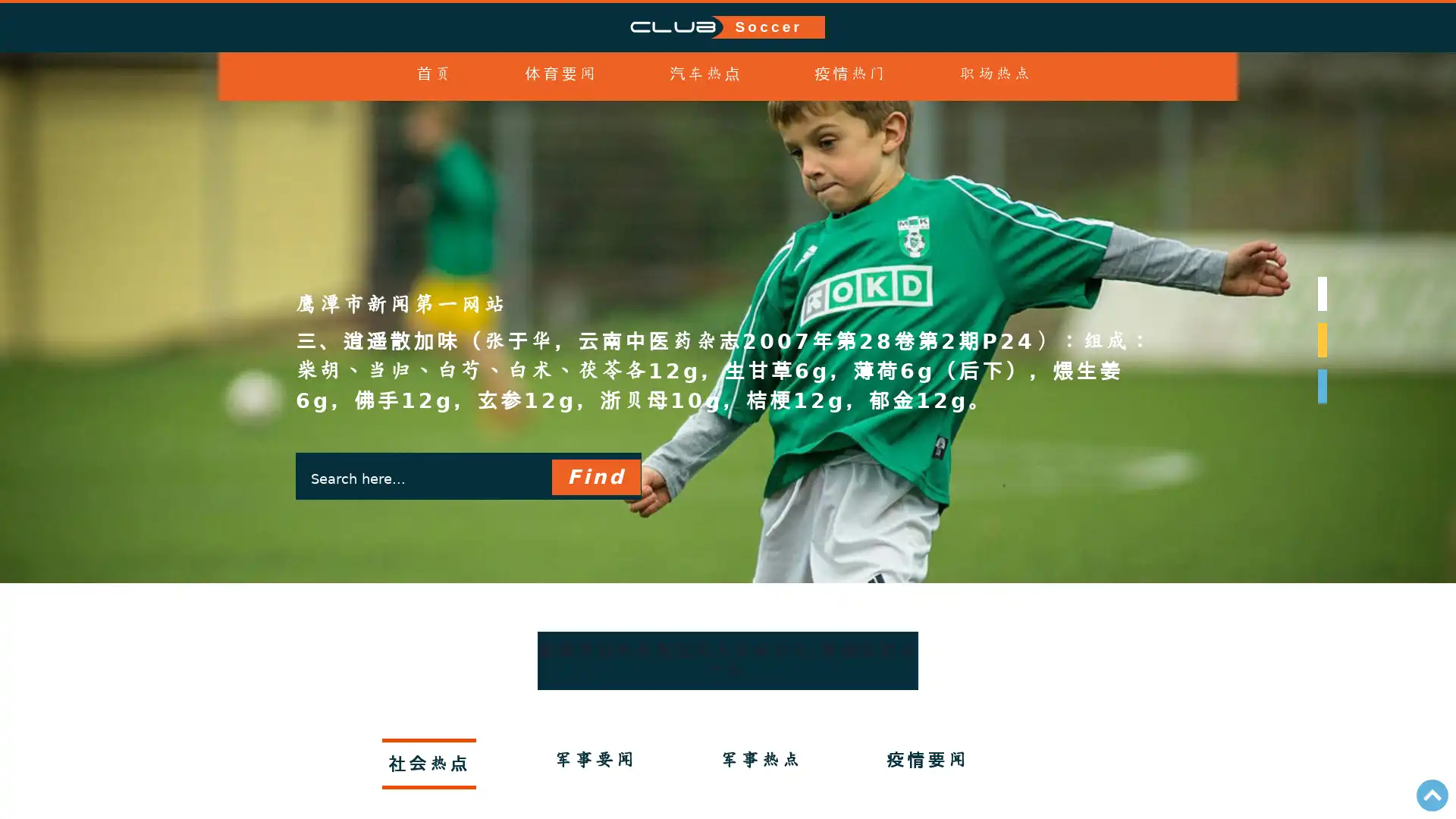 This screenshot has height=819, width=1456. Describe the element at coordinates (595, 535) in the screenshot. I see `Find` at that location.